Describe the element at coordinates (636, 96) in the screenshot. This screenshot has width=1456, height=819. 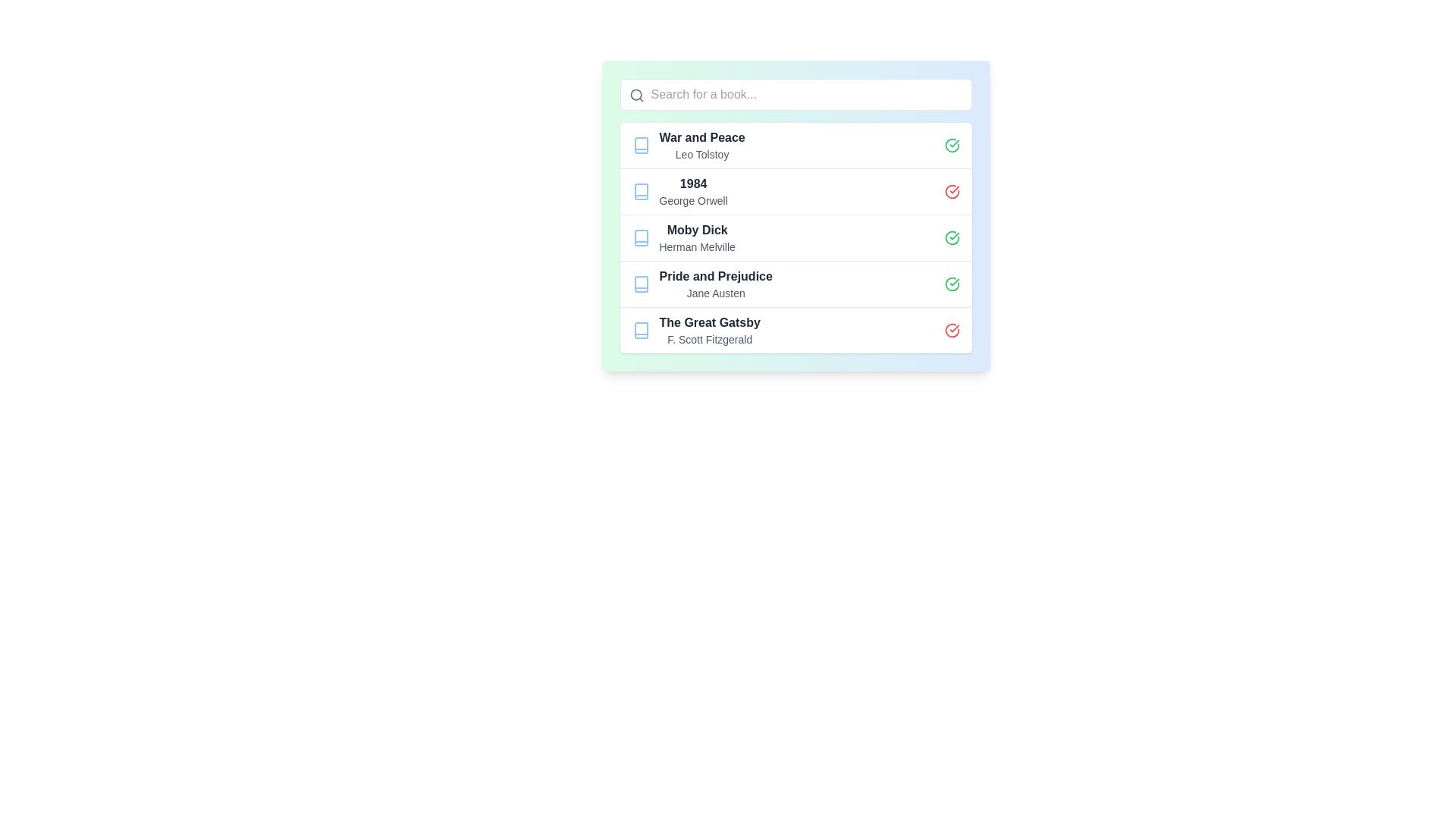
I see `the Search icon located at the top-left corner of the search bar` at that location.